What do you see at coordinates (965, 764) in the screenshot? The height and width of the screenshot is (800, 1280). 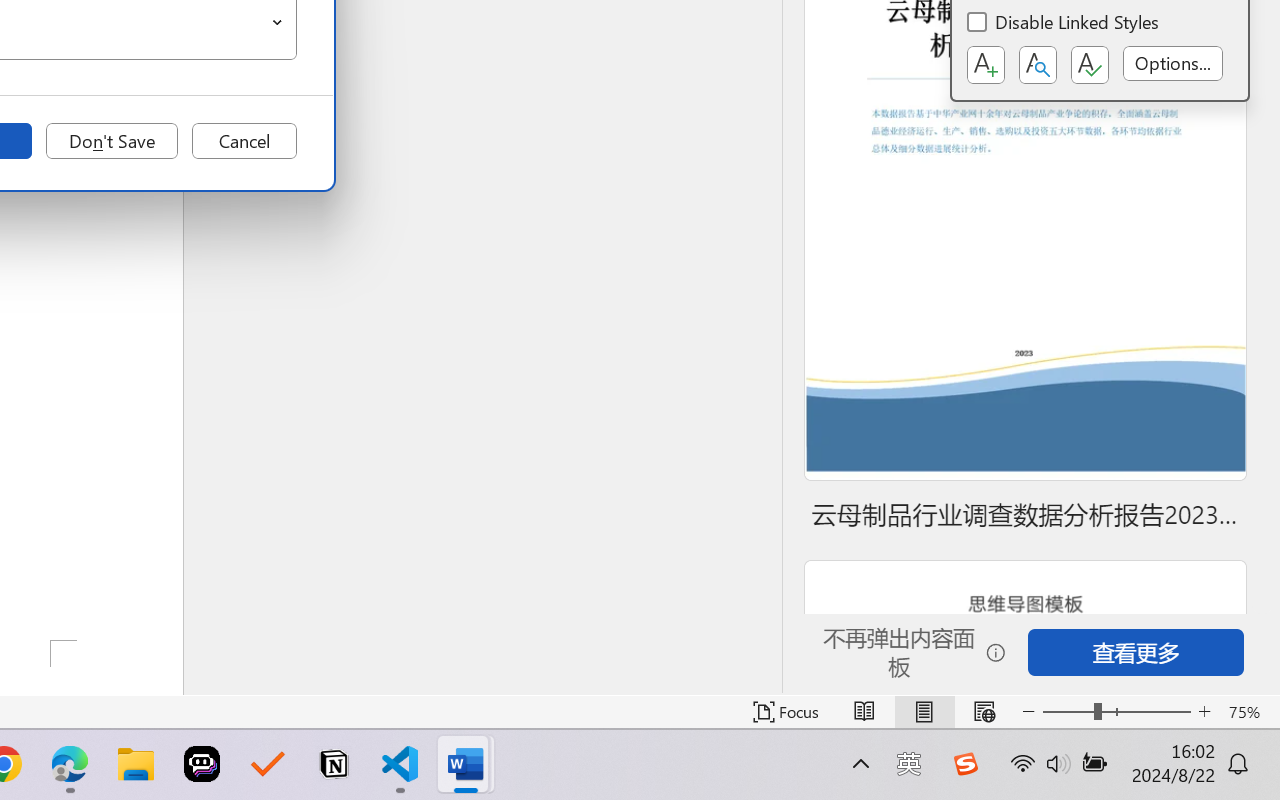 I see `'Class: Image'` at bounding box center [965, 764].